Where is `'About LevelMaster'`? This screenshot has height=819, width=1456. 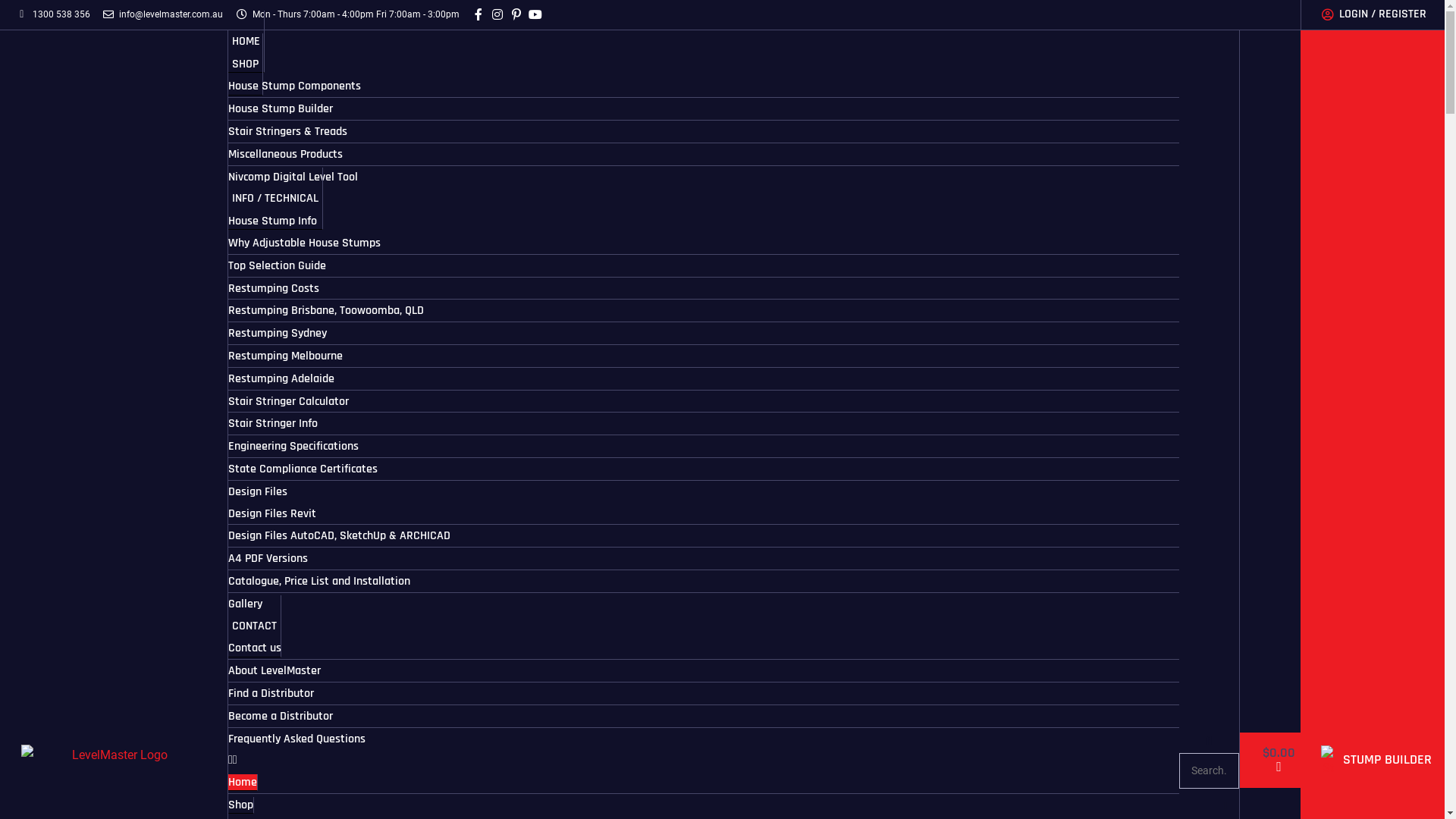
'About LevelMaster' is located at coordinates (274, 670).